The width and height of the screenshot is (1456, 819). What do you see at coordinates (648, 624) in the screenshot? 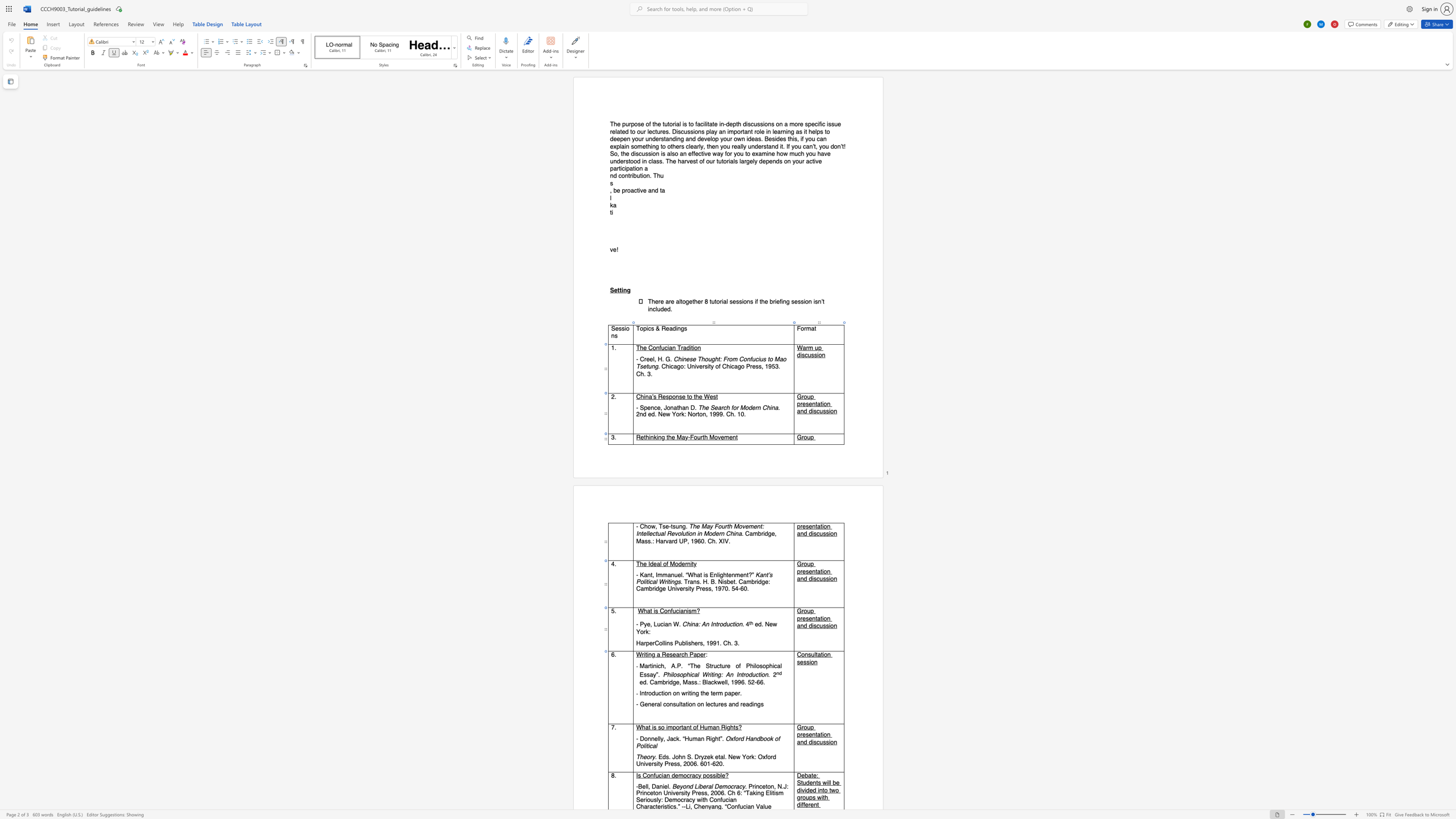
I see `the 1th character "e" in the text` at bounding box center [648, 624].